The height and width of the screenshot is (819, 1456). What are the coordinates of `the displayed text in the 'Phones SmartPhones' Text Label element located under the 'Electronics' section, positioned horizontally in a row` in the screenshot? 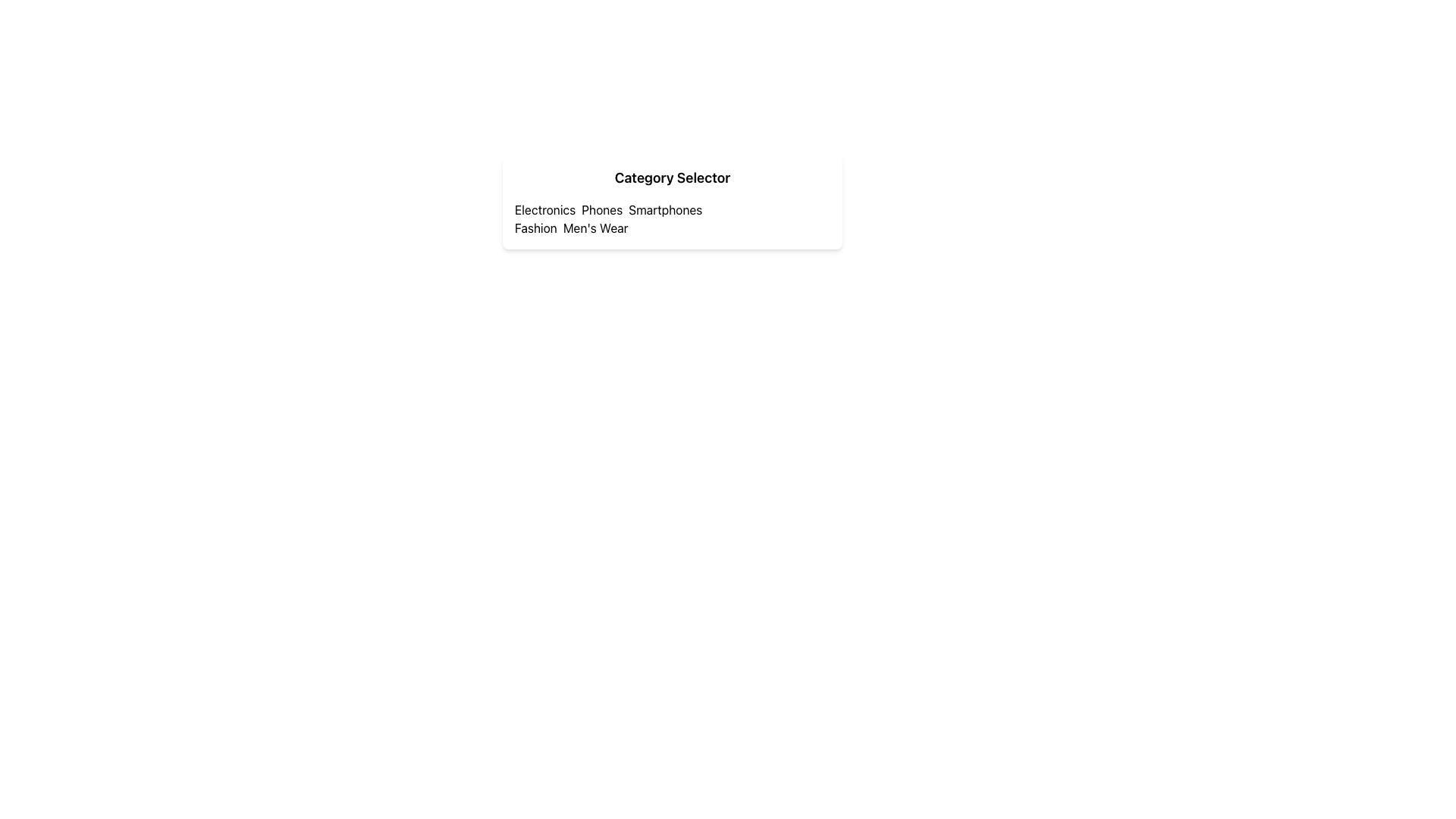 It's located at (642, 210).